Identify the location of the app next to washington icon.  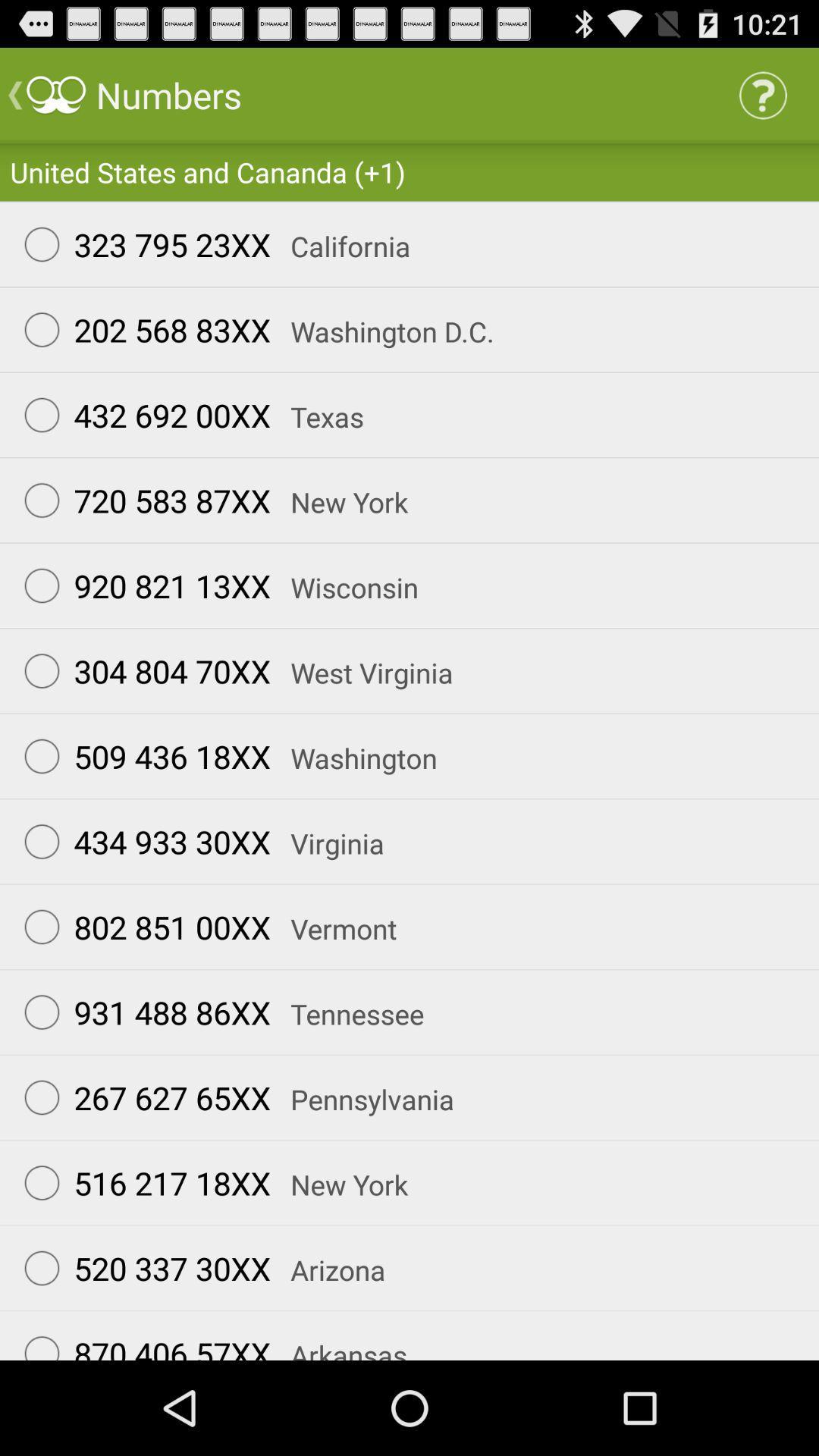
(140, 756).